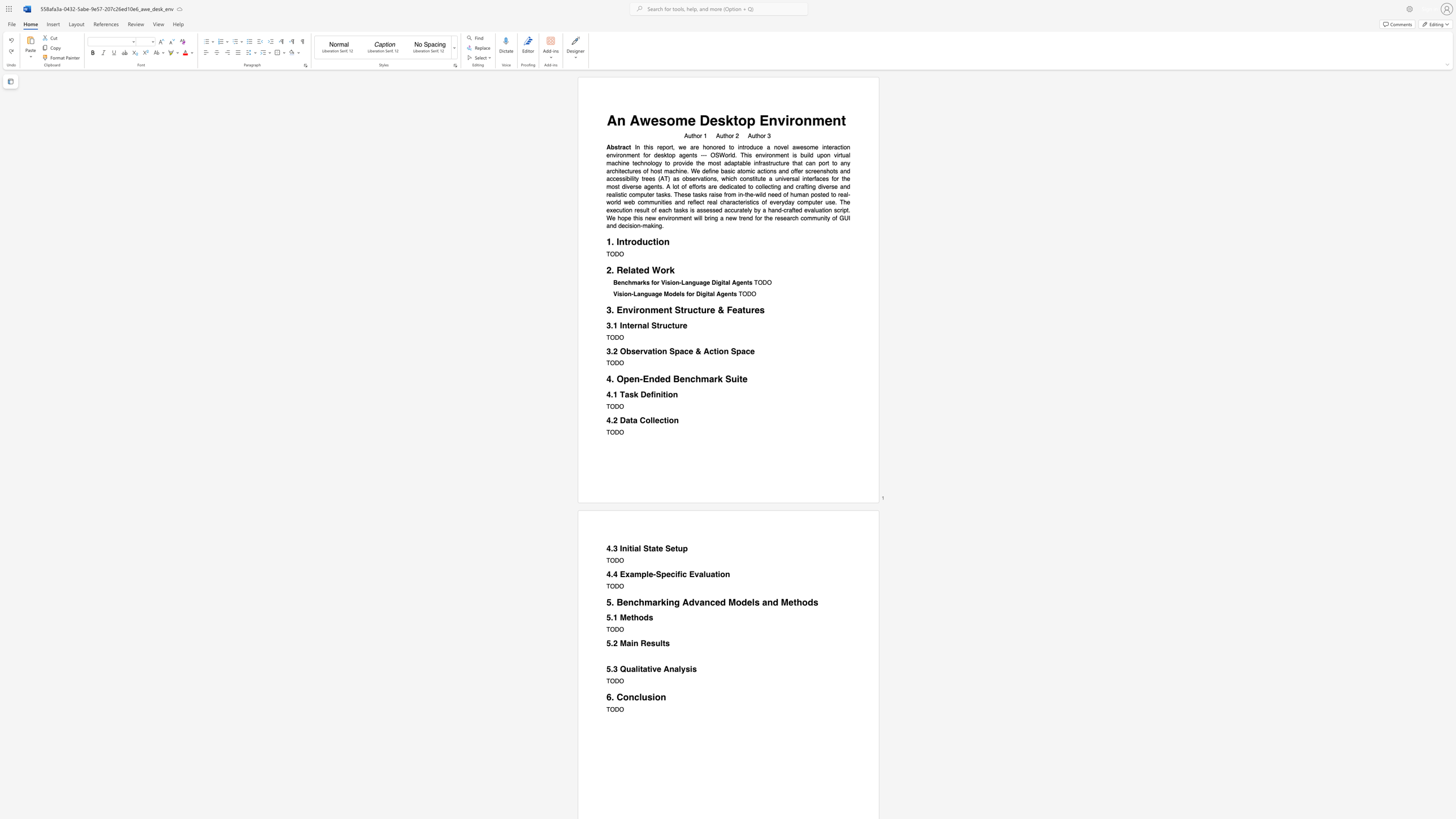  Describe the element at coordinates (631, 419) in the screenshot. I see `the 1th character "t" in the text` at that location.